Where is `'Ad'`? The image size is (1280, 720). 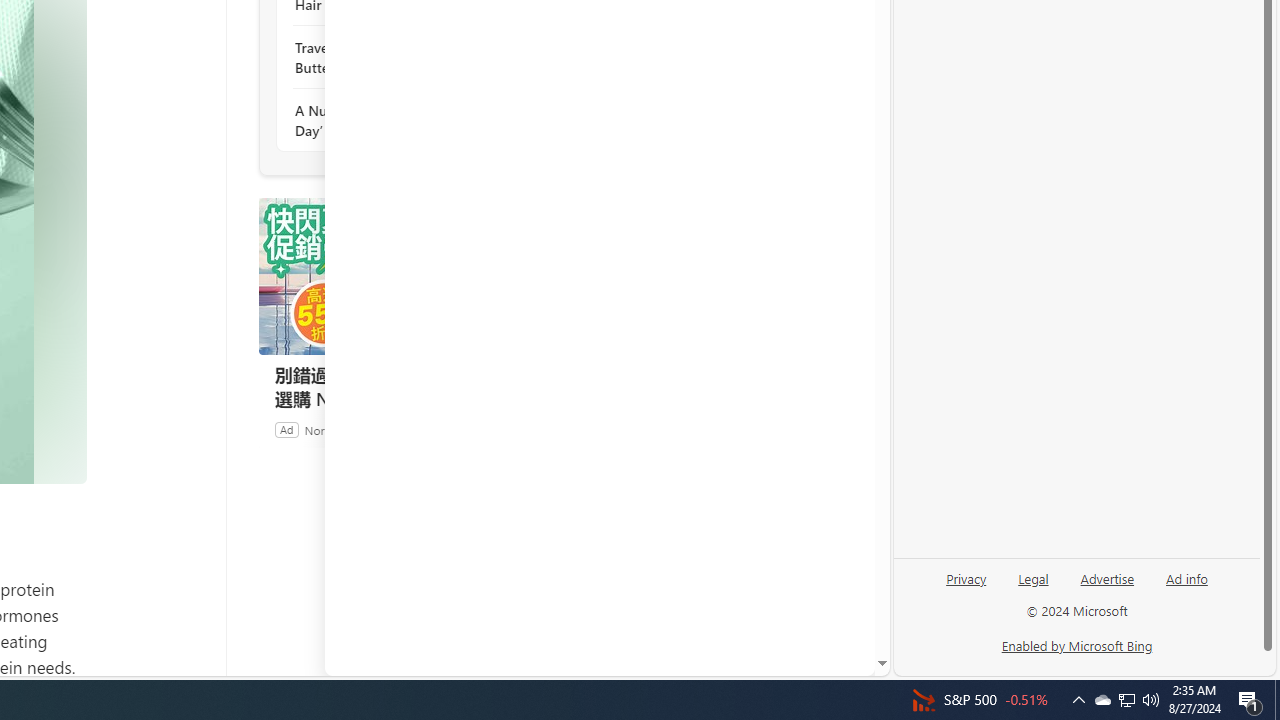 'Ad' is located at coordinates (285, 428).